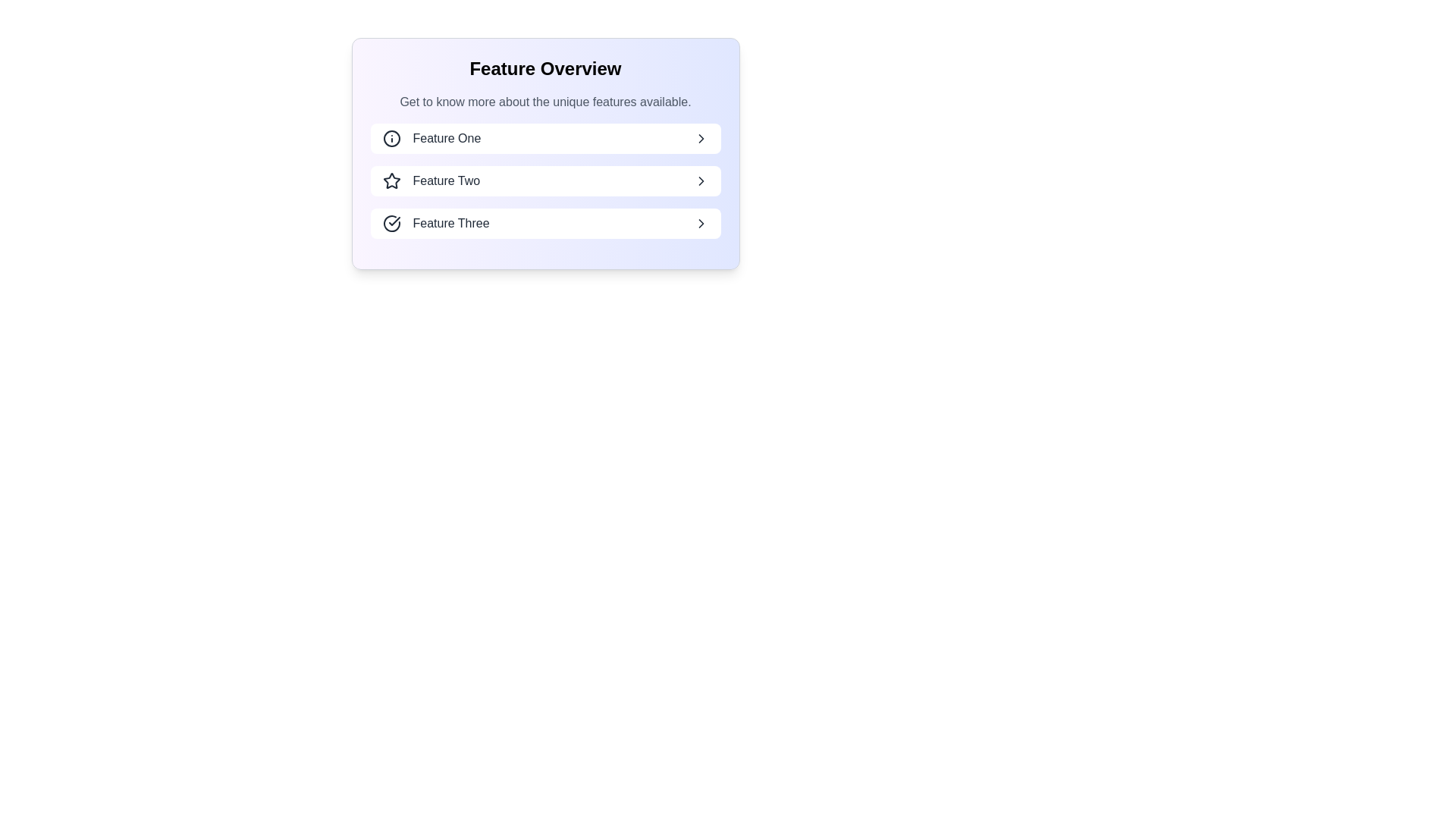 This screenshot has width=1456, height=819. I want to click on the 'Feature Two' label in the functional list, so click(445, 180).